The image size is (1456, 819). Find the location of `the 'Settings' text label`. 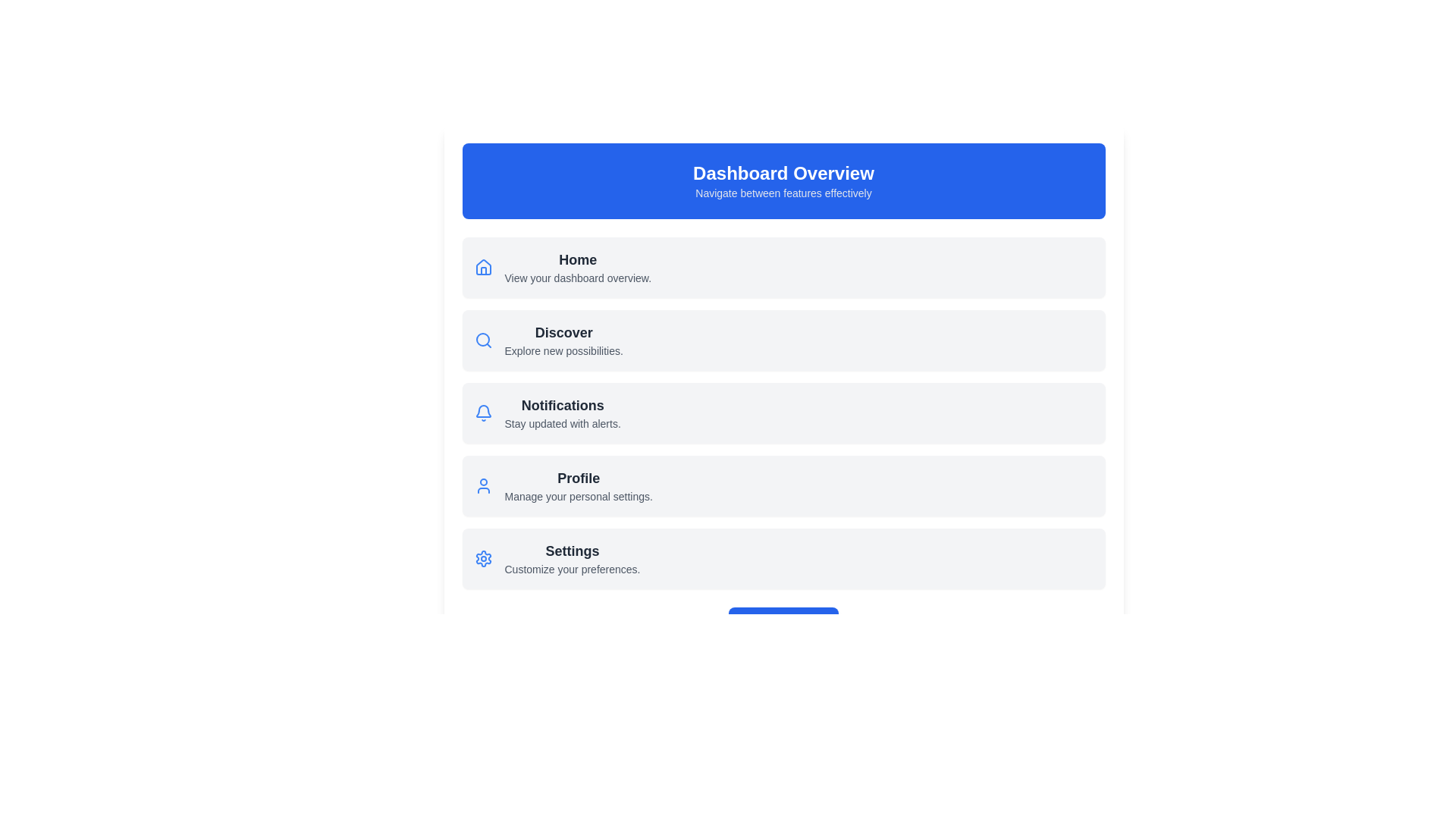

the 'Settings' text label is located at coordinates (571, 558).